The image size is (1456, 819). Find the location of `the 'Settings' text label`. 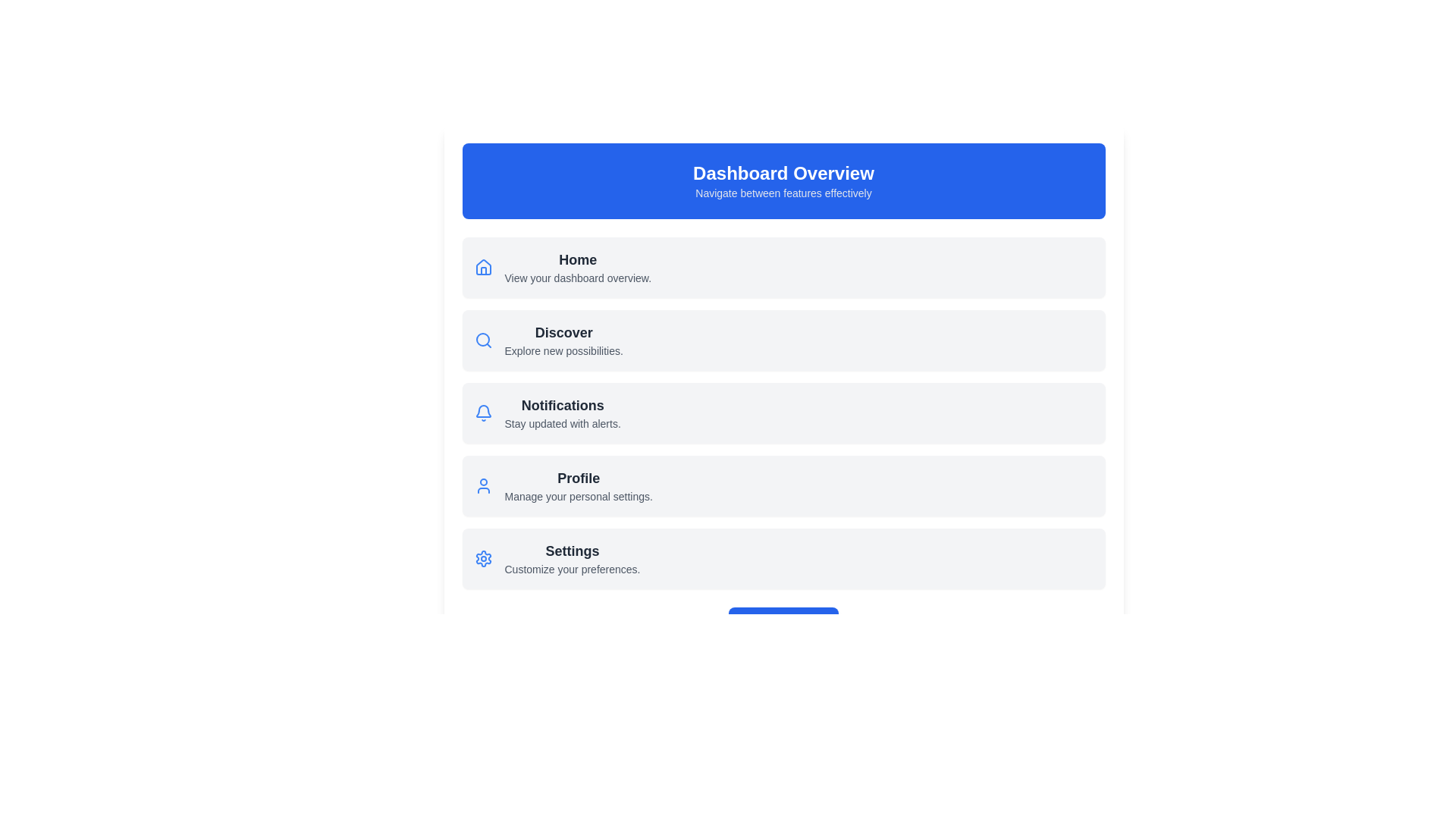

the 'Settings' text label is located at coordinates (571, 558).